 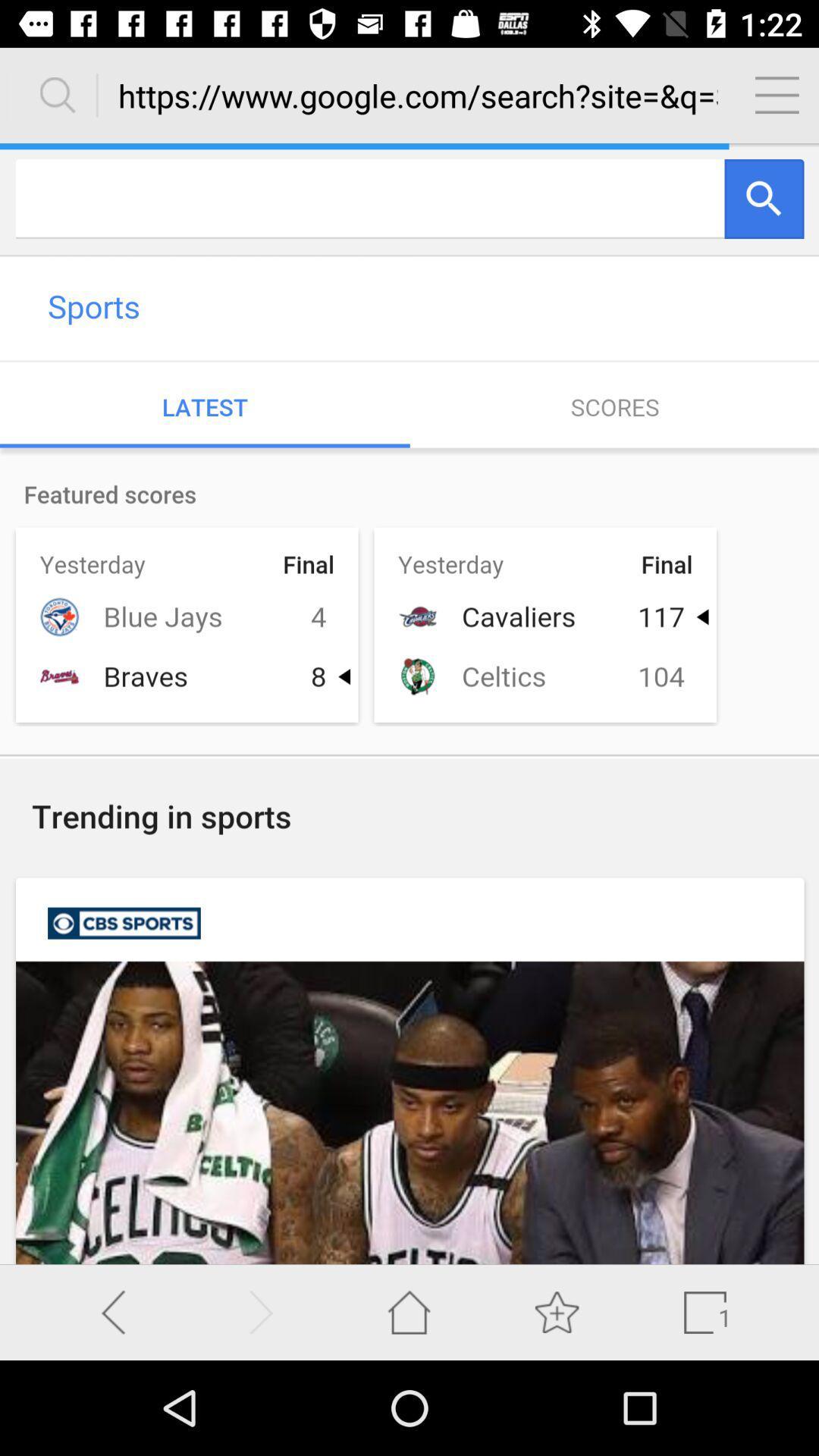 I want to click on menu page, so click(x=777, y=94).